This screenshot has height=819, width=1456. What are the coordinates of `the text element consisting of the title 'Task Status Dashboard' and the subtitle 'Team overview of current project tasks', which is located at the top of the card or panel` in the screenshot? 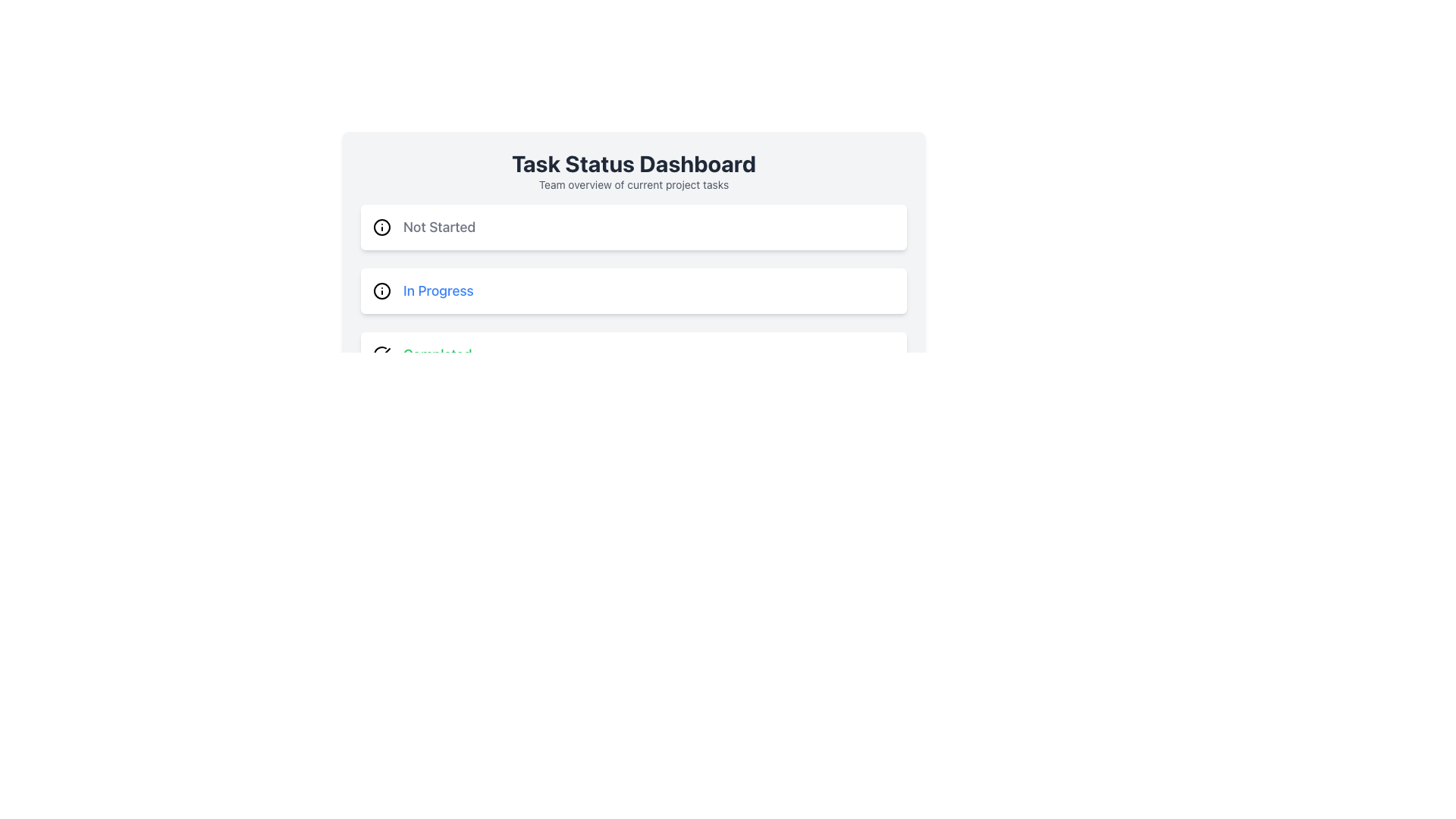 It's located at (633, 171).